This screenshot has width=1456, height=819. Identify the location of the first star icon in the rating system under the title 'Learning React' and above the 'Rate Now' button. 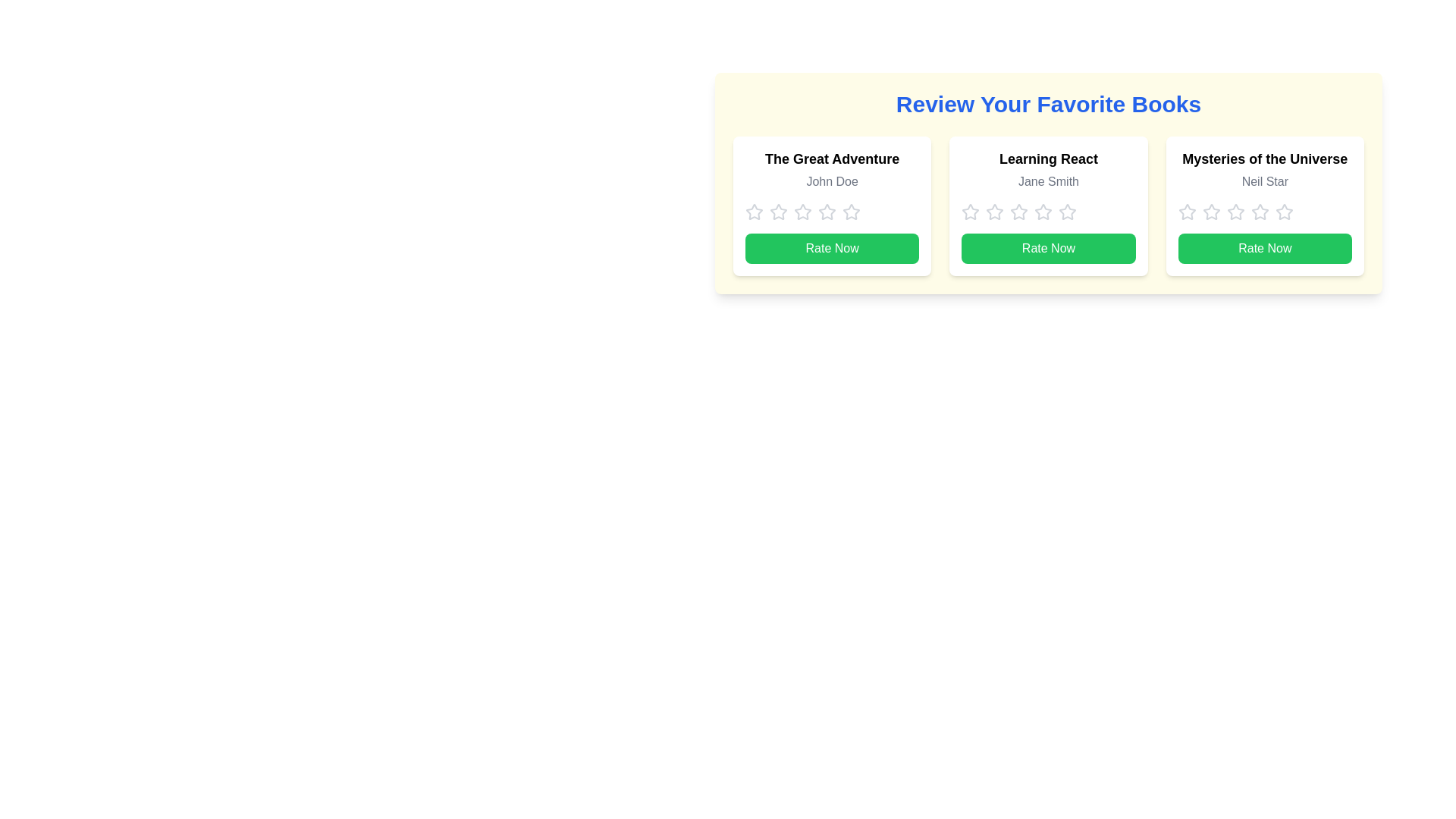
(971, 212).